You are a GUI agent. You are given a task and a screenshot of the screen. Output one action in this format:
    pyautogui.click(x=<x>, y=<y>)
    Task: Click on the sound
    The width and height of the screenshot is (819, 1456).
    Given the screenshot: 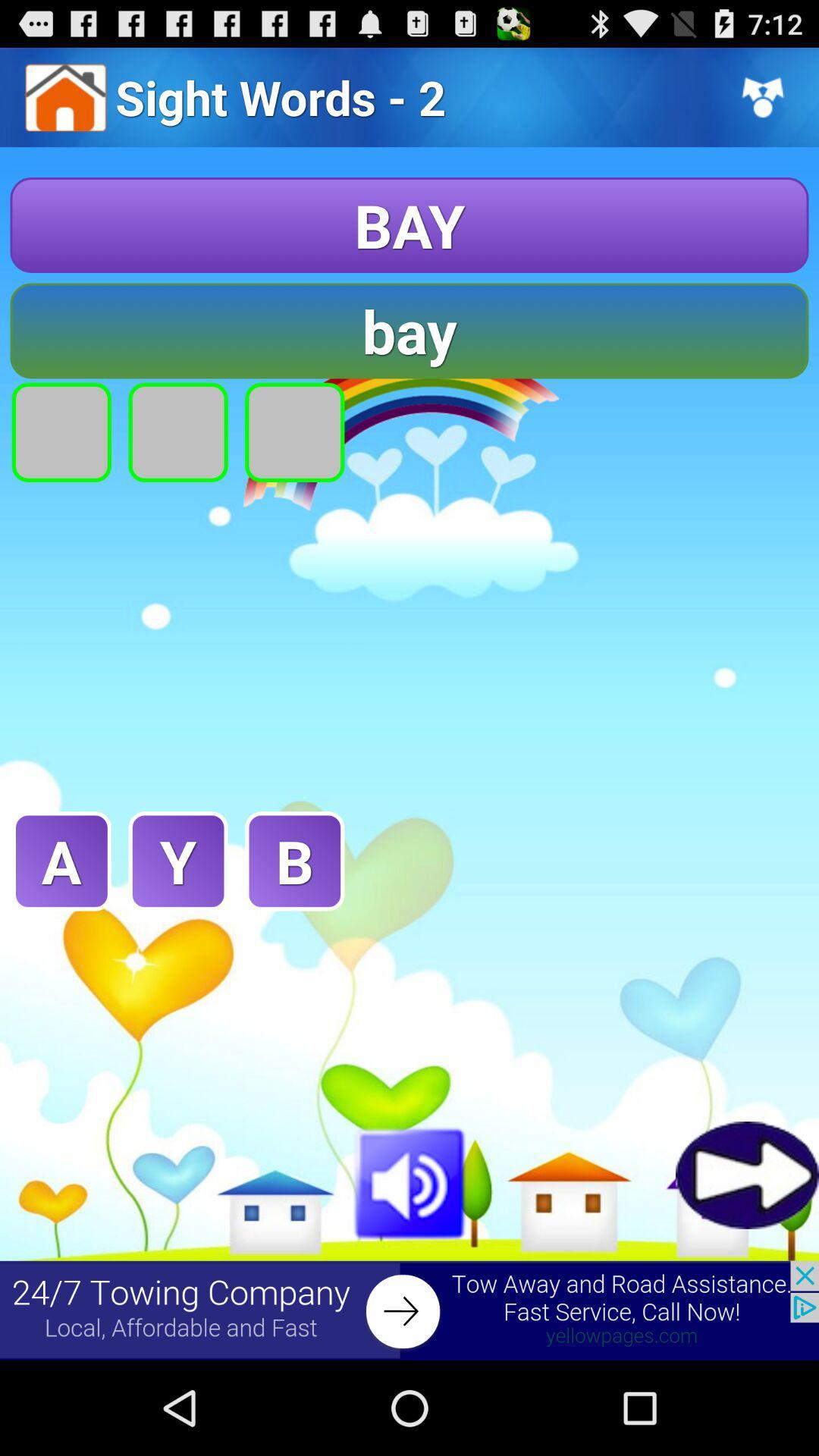 What is the action you would take?
    pyautogui.click(x=409, y=1180)
    